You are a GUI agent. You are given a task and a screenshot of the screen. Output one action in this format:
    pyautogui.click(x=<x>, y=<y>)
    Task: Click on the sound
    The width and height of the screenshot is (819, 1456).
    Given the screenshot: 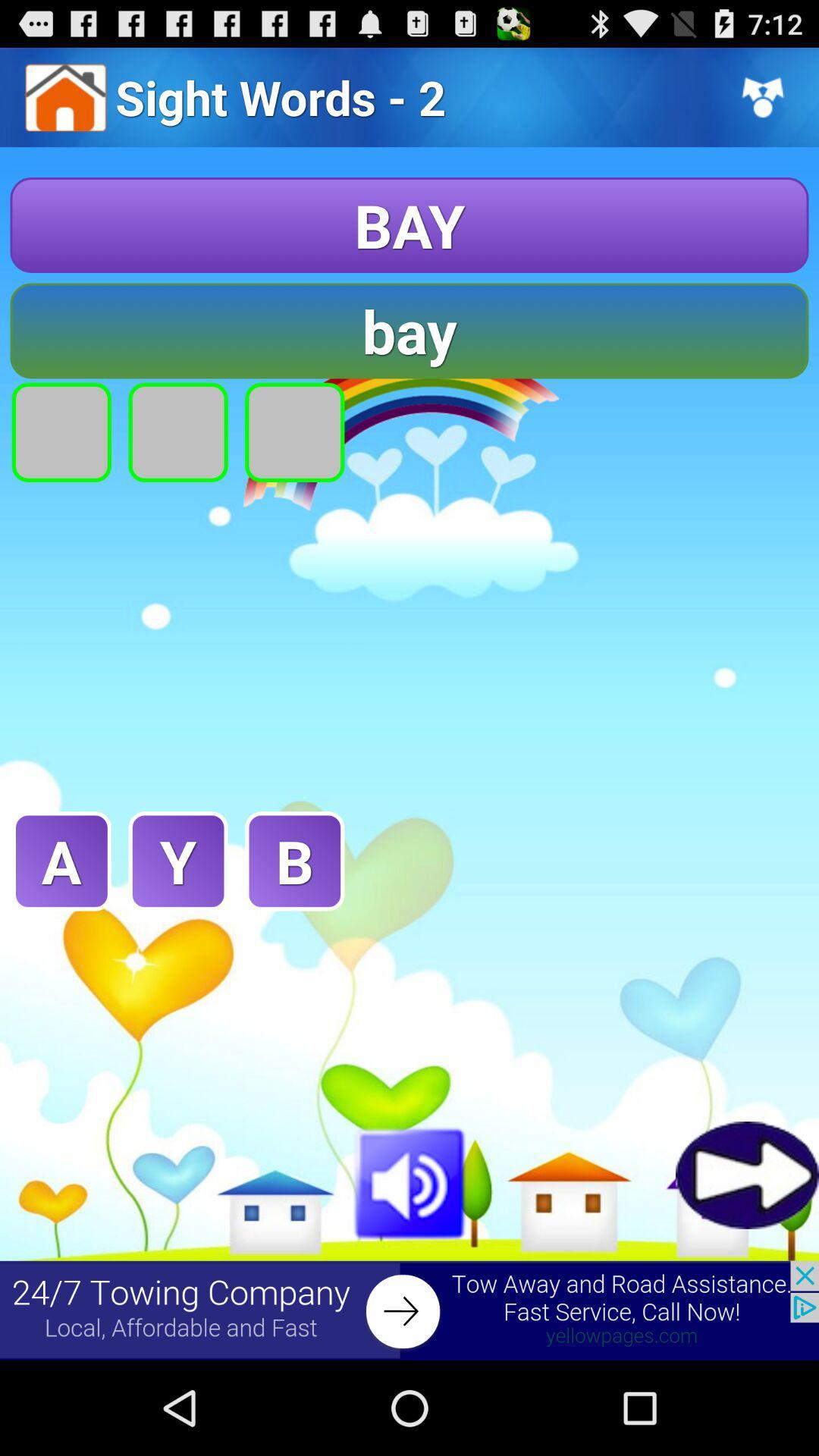 What is the action you would take?
    pyautogui.click(x=409, y=1180)
    